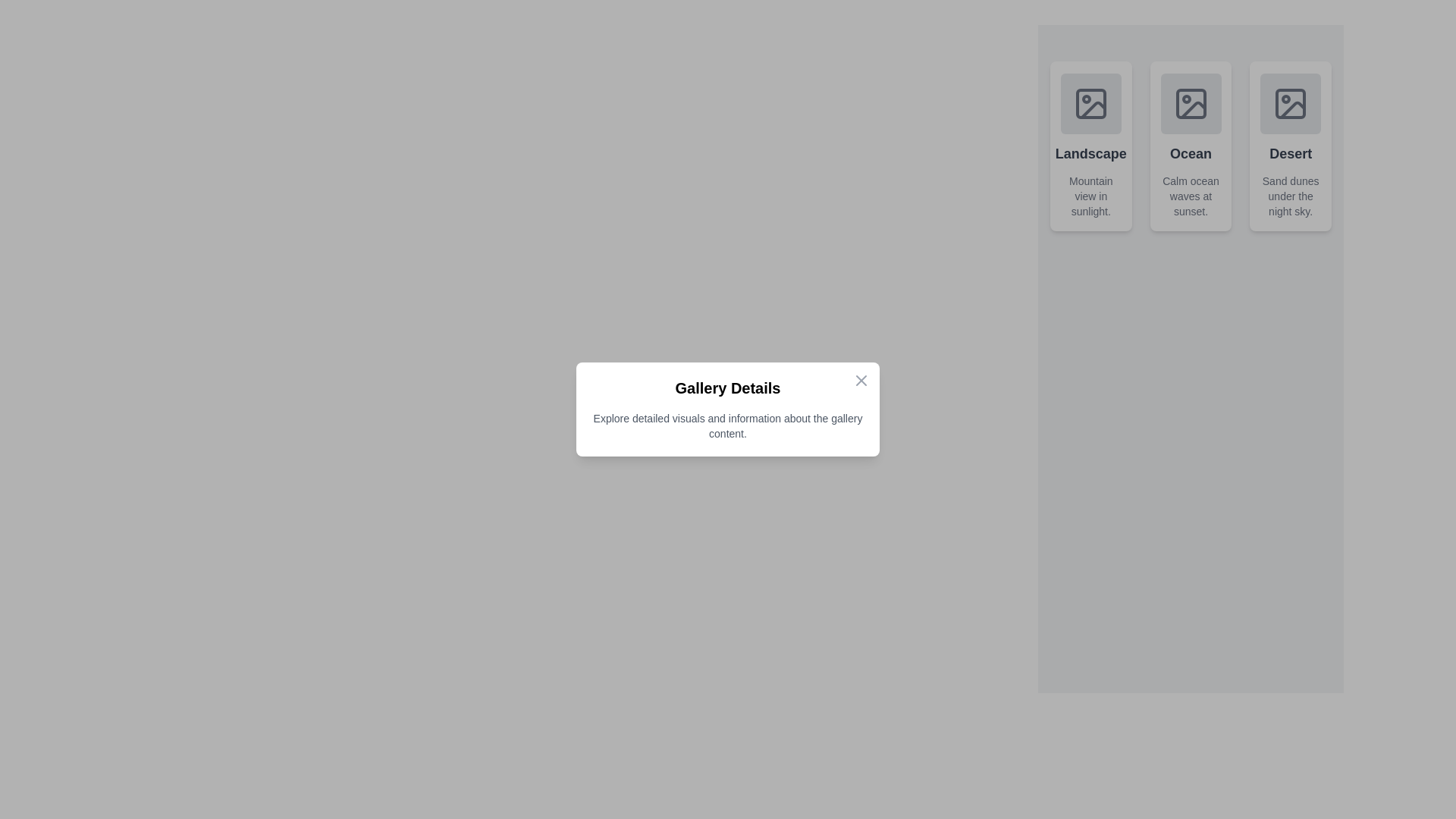 The image size is (1456, 819). Describe the element at coordinates (1190, 103) in the screenshot. I see `the rectangular subcomponent of the image icon representing the 'Ocean' selection option, located in the middle card of a three-card layout` at that location.